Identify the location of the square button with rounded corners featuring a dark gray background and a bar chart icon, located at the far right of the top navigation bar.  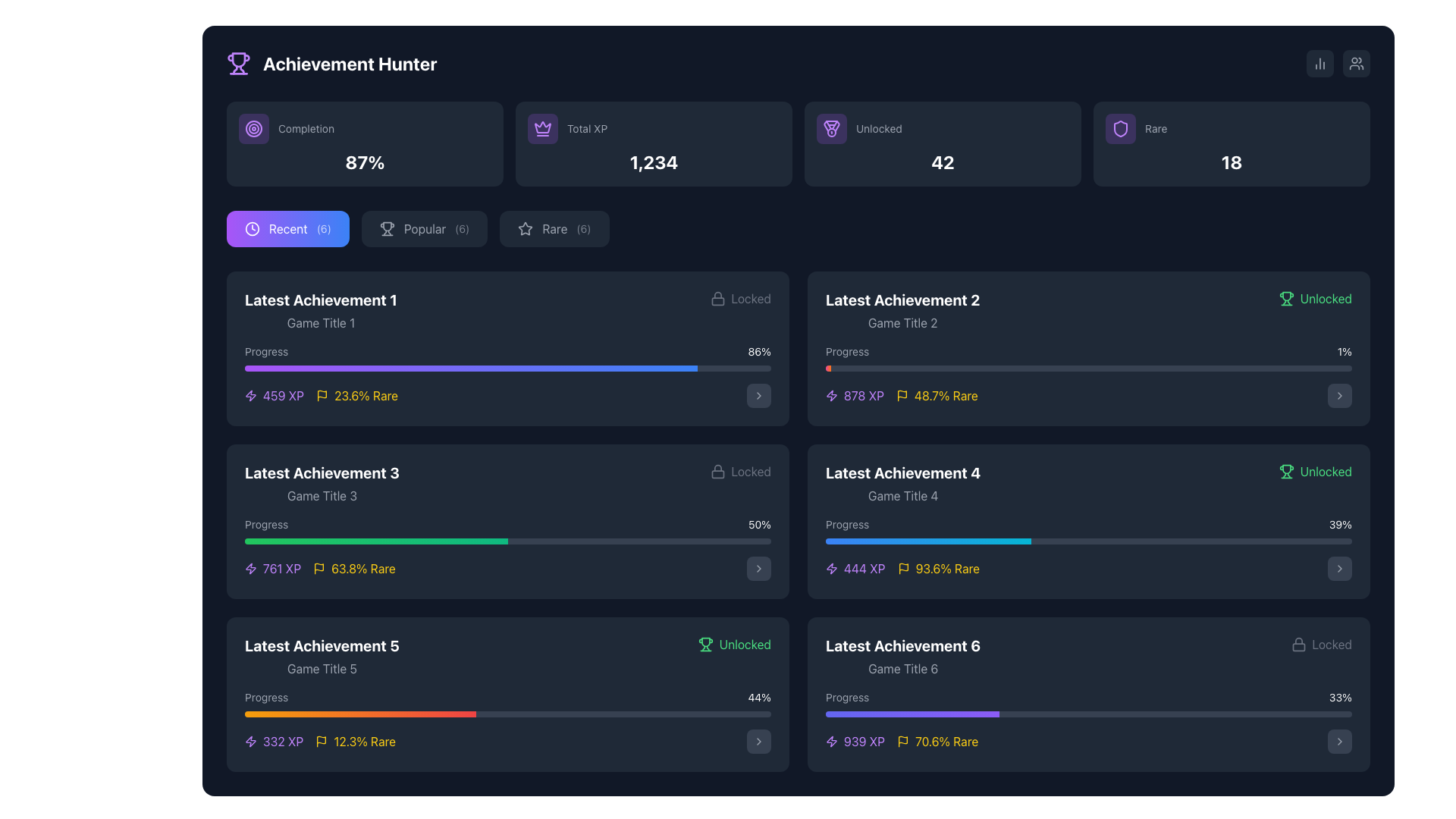
(1319, 63).